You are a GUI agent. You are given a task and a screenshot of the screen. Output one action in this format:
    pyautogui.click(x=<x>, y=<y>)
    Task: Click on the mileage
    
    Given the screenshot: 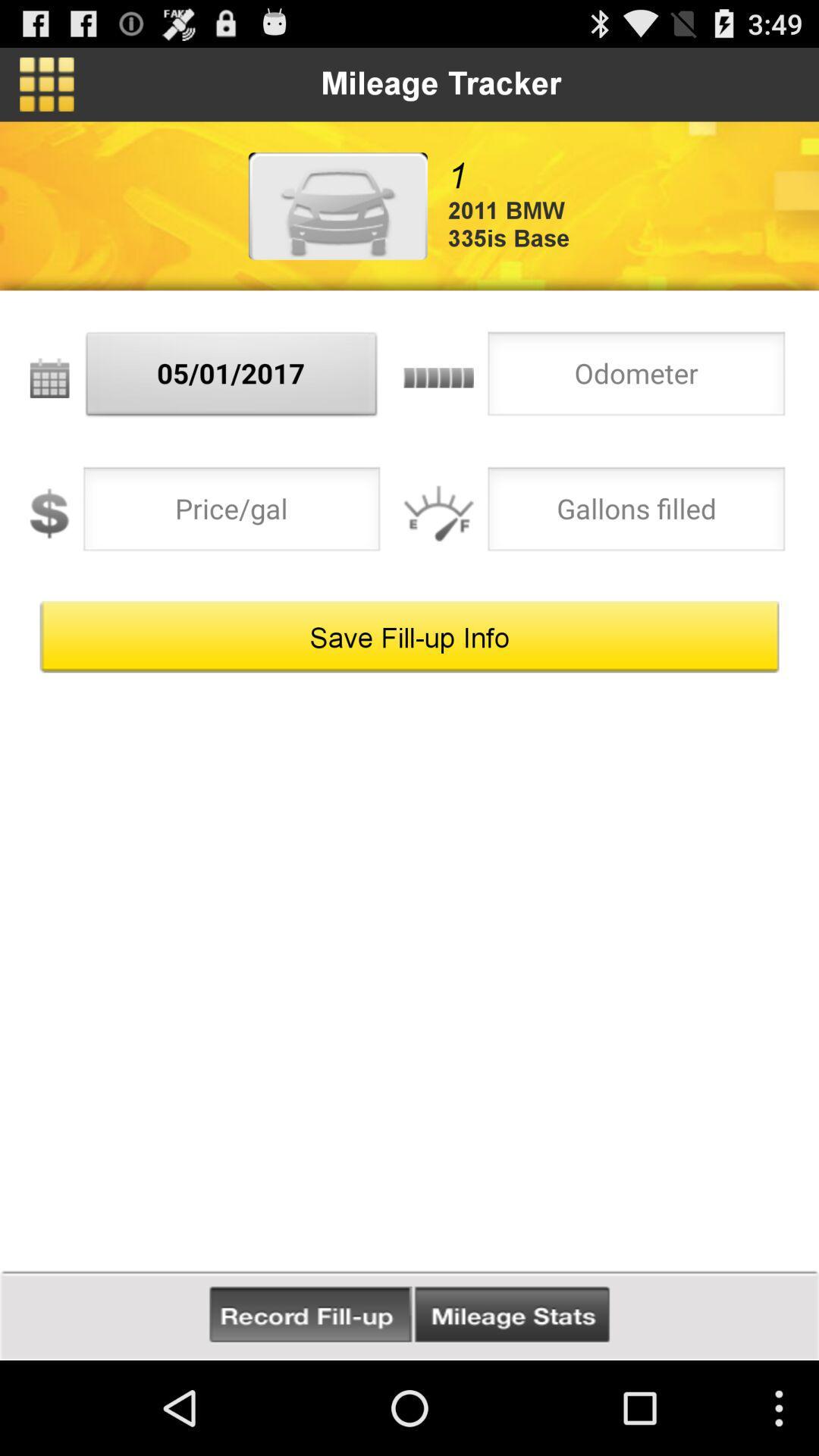 What is the action you would take?
    pyautogui.click(x=636, y=378)
    